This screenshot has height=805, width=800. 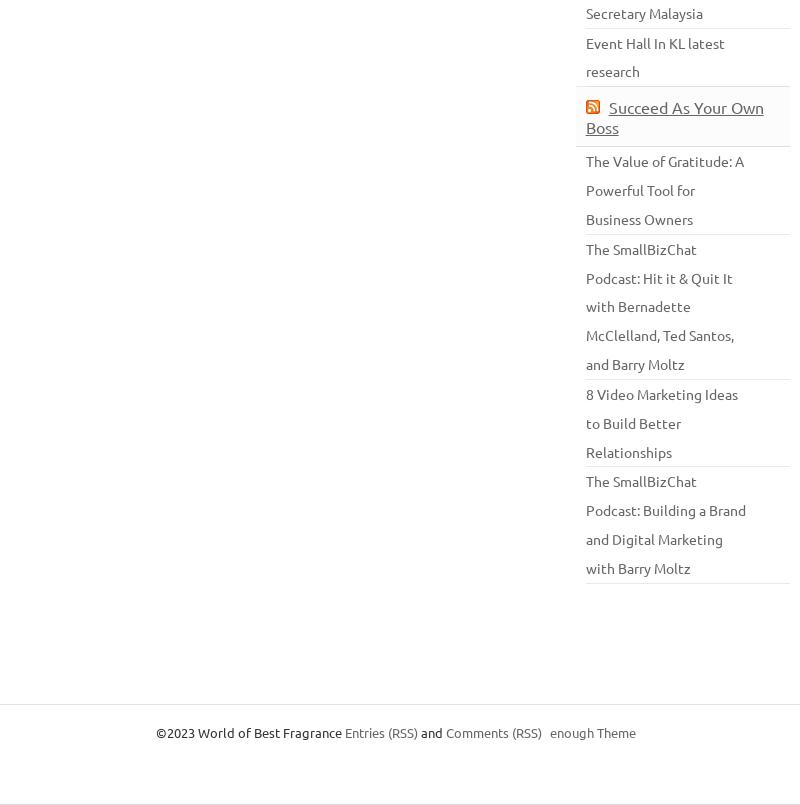 I want to click on 'L latest research', so click(x=654, y=56).